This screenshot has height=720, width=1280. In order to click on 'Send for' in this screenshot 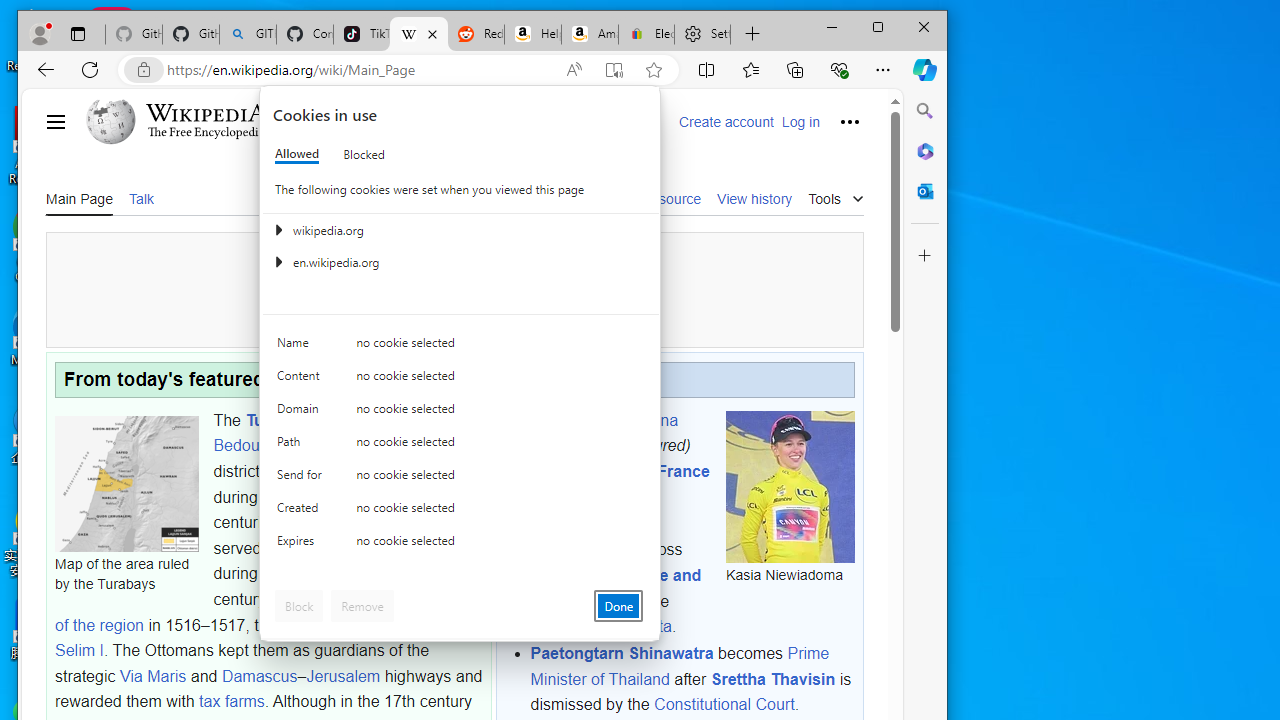, I will do `click(301, 479)`.